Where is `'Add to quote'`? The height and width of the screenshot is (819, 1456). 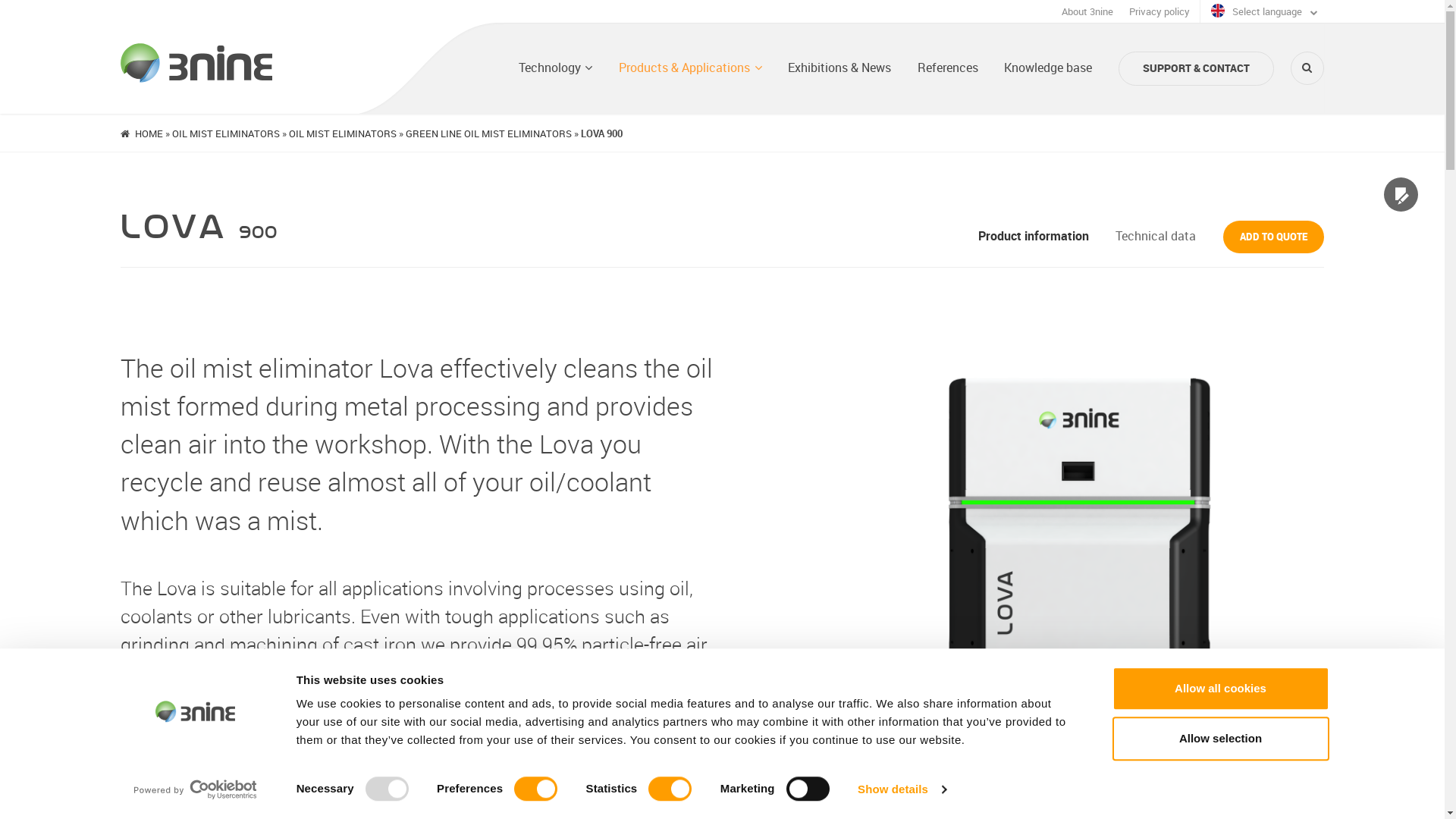 'Add to quote' is located at coordinates (1273, 237).